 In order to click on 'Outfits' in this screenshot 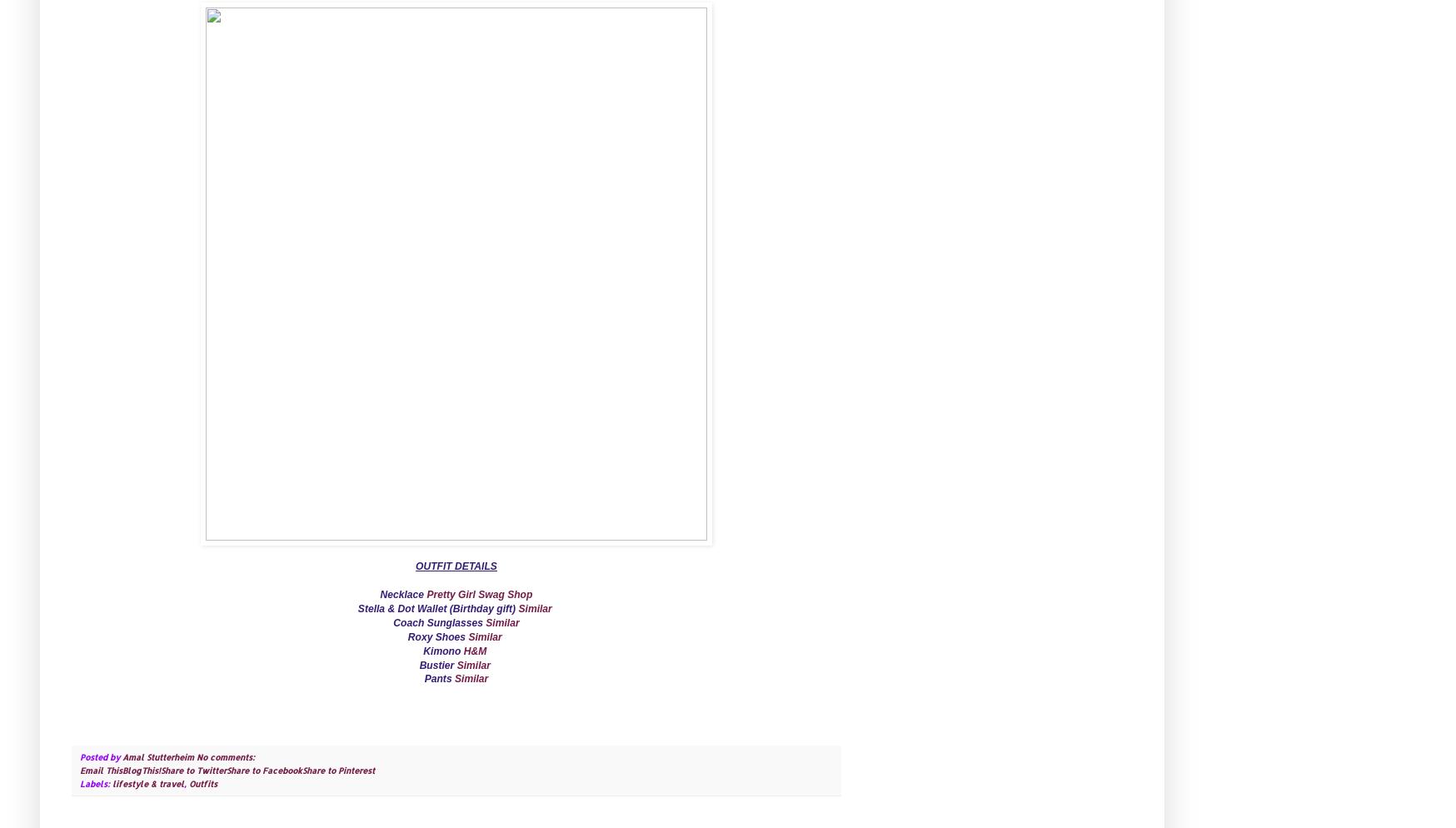, I will do `click(203, 783)`.